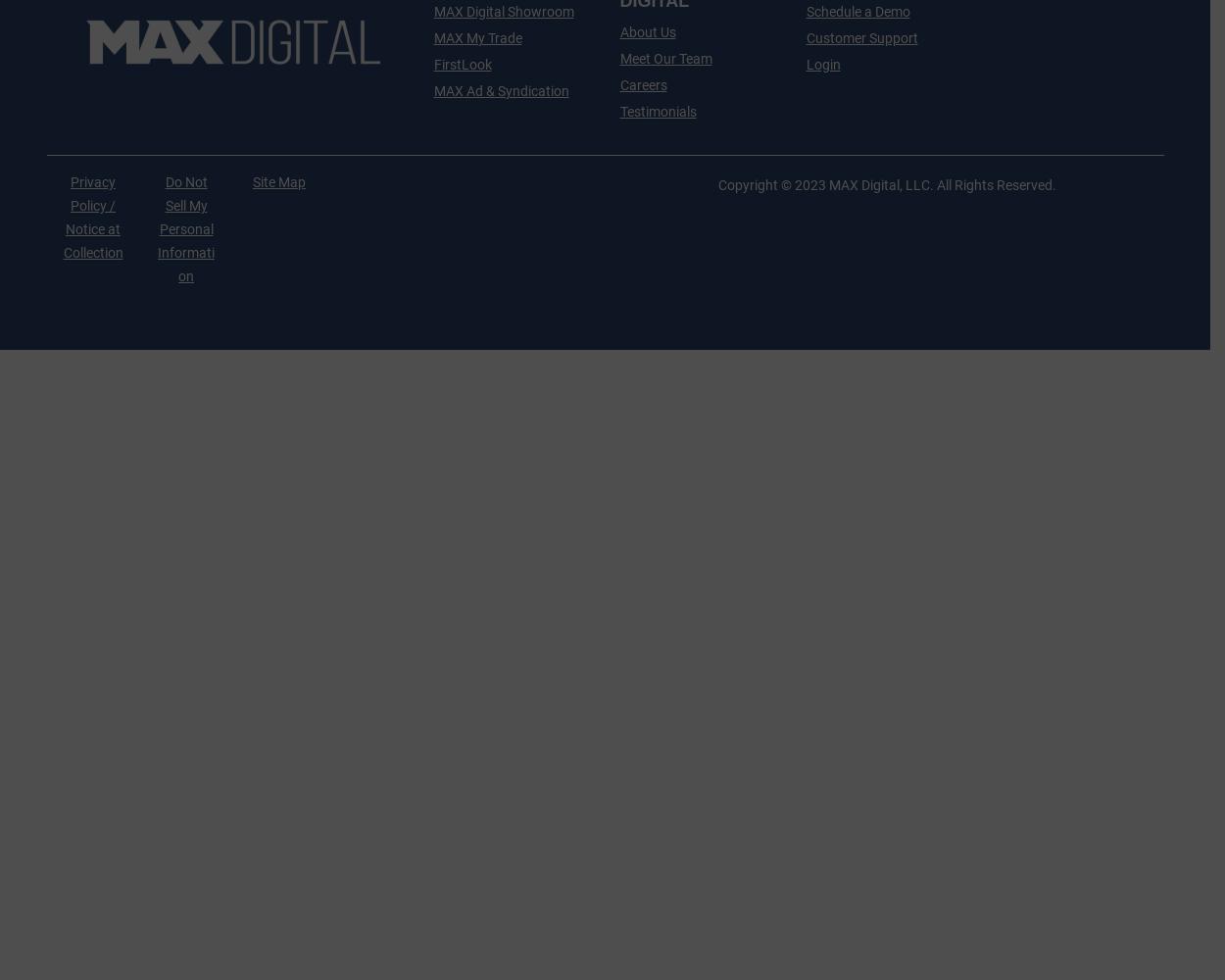 Image resolution: width=1225 pixels, height=980 pixels. What do you see at coordinates (716, 184) in the screenshot?
I see `'Copyright © 2023 MAX Digital, LLC. All Rights Reserved.'` at bounding box center [716, 184].